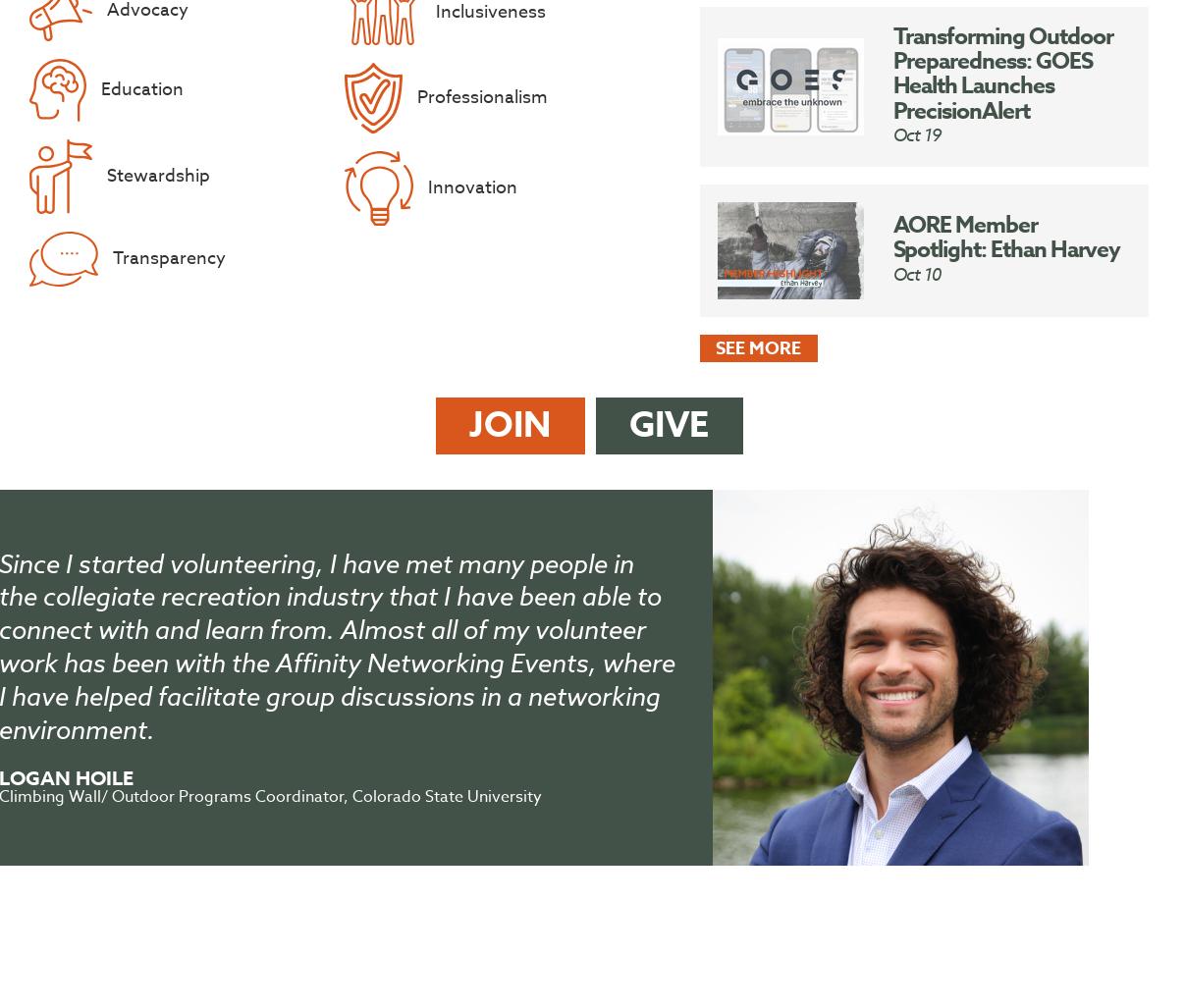 This screenshot has height=1008, width=1185. I want to click on 'Give', so click(629, 425).